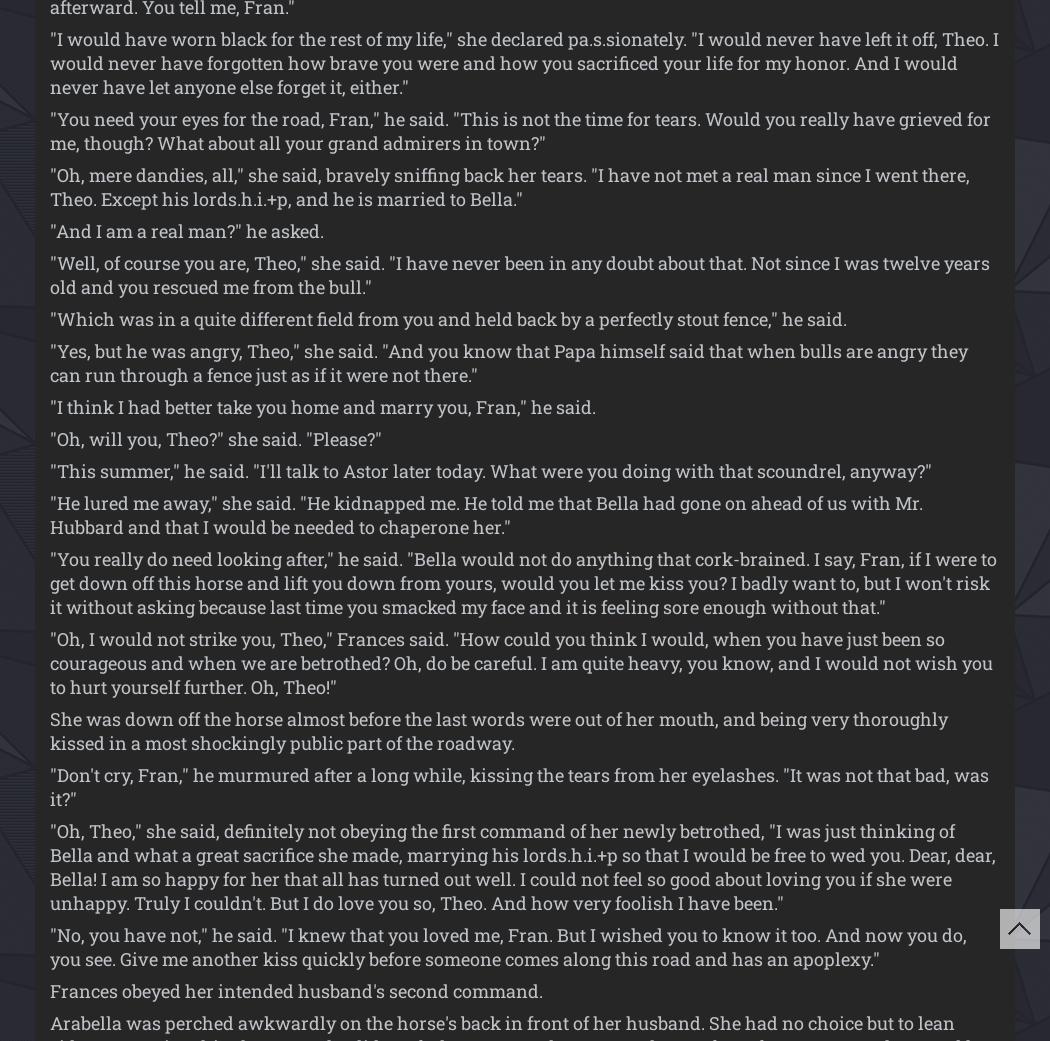  What do you see at coordinates (522, 865) in the screenshot?
I see `'"Oh, Theo," she said, definitely not obeying the first command of her newly betrothed, "I was just thinking of Bella and what a great sacrifice she made, marrying his lords.h.i.+p so that I would be free to wed you. Dear, dear, Bella! I am so happy for her that all has turned out well. I could not feel so good about loving you if she were unhappy. Truly I couldn't. But I do love you so, Theo. And how very foolish I have been."'` at bounding box center [522, 865].